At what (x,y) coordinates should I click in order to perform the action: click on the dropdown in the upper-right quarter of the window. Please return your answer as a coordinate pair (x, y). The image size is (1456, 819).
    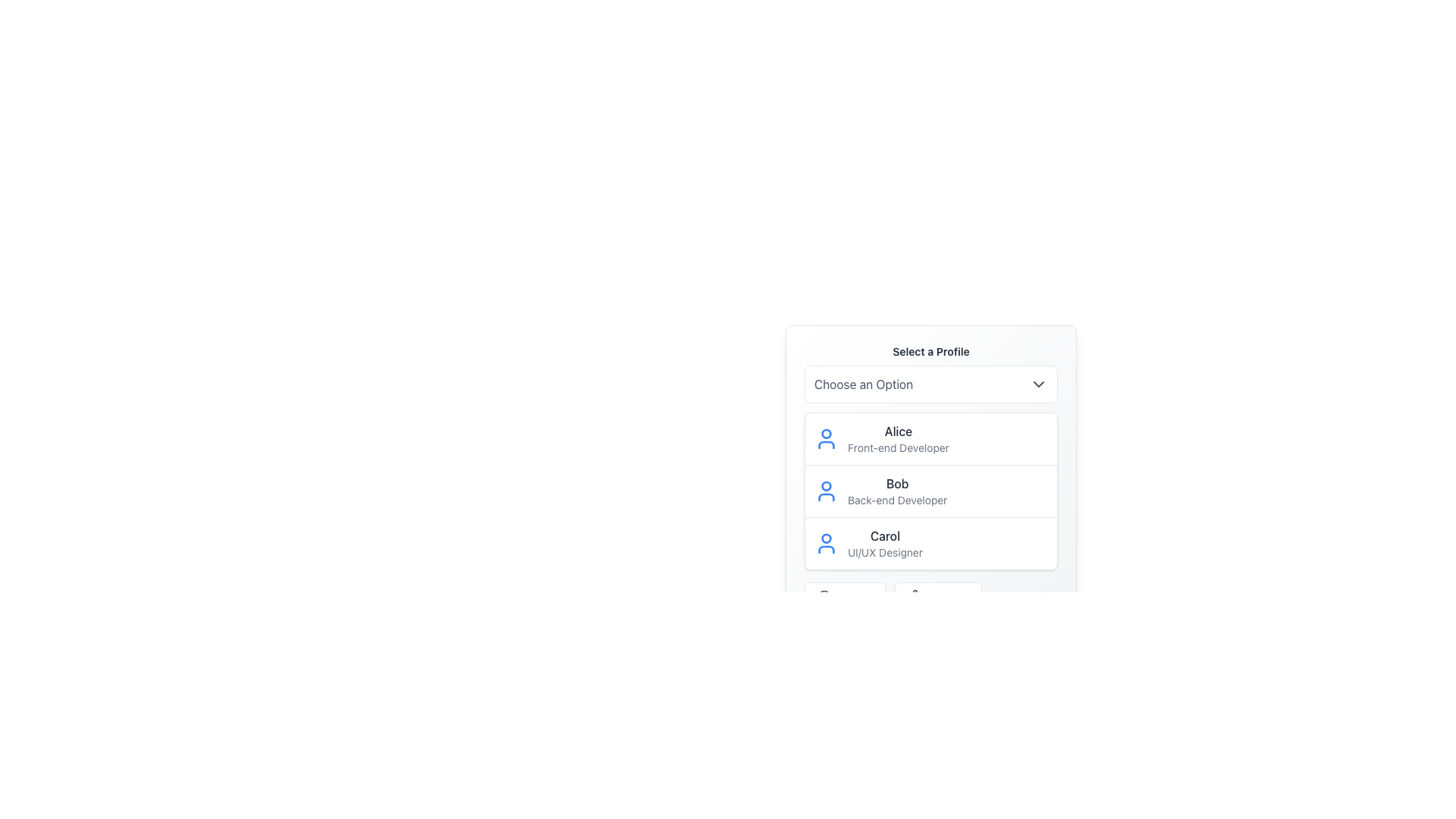
    Looking at the image, I should click on (1076, 449).